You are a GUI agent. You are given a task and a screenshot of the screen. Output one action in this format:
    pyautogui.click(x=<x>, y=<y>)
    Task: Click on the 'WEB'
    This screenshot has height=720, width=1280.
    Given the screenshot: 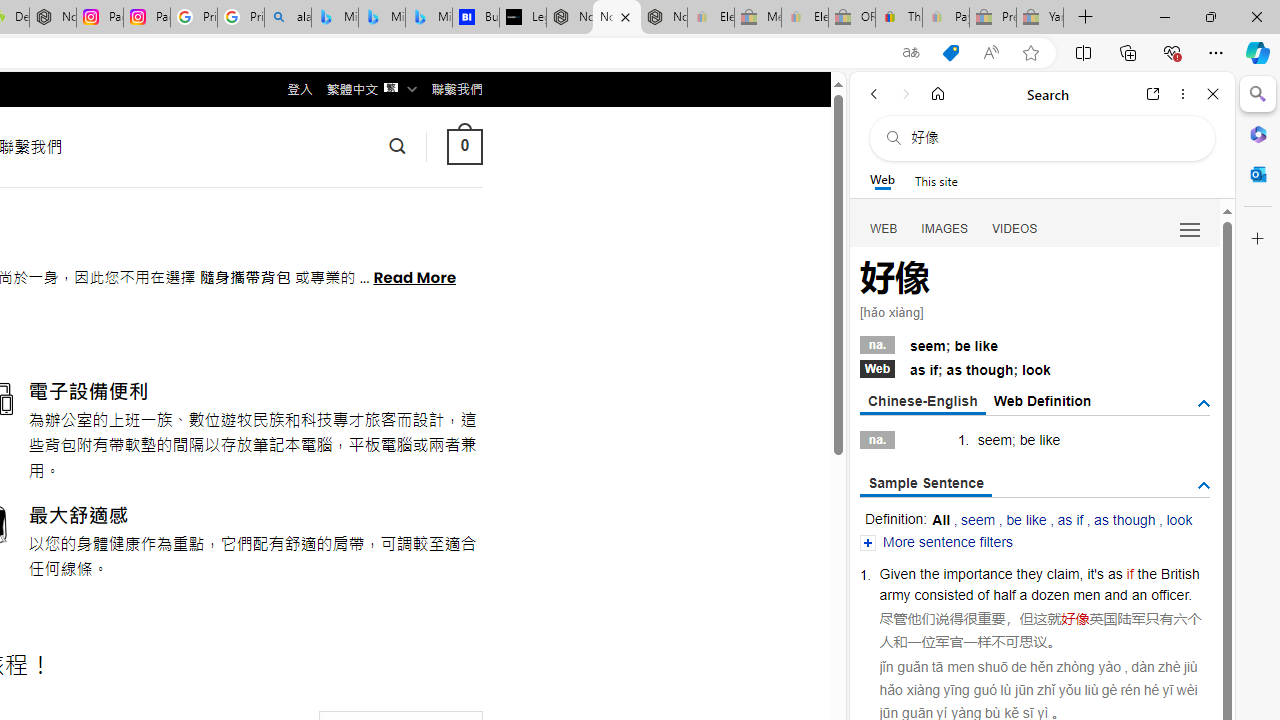 What is the action you would take?
    pyautogui.click(x=883, y=227)
    